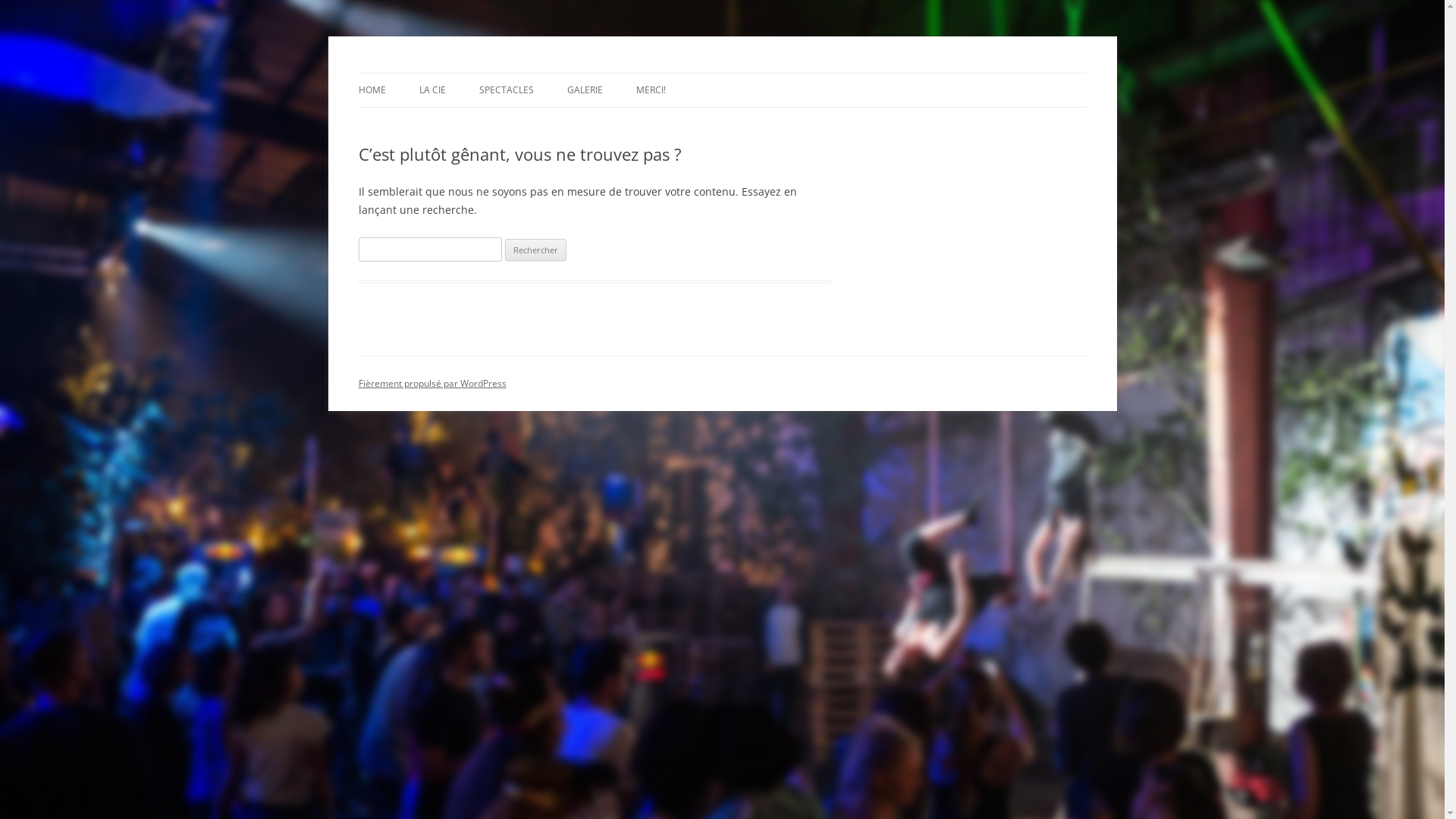  I want to click on 'Aller au contenu', so click(720, 73).